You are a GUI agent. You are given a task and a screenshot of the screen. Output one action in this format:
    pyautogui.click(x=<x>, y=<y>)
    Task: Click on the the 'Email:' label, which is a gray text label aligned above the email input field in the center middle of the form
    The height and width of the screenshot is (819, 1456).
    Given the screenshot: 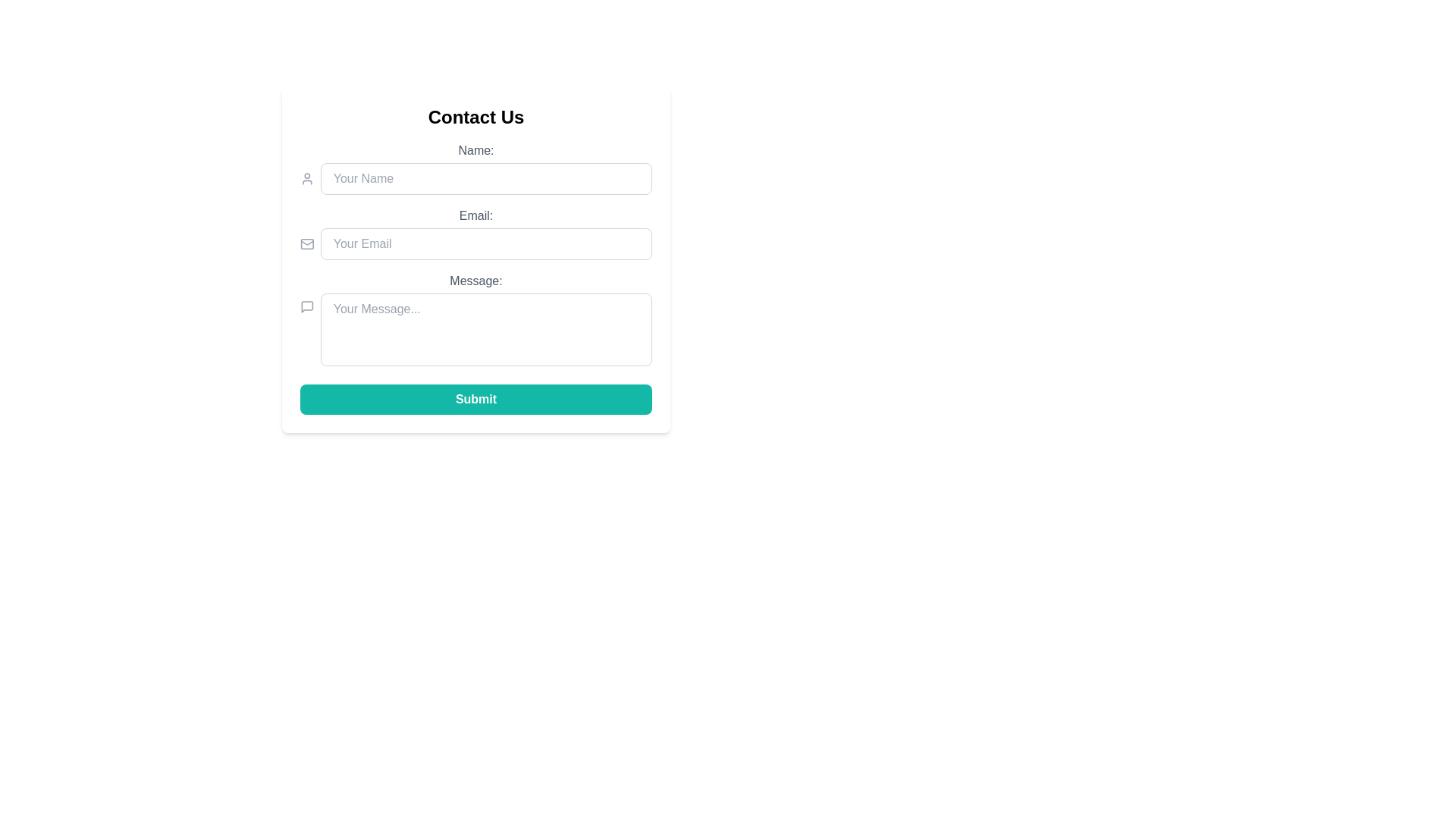 What is the action you would take?
    pyautogui.click(x=475, y=216)
    